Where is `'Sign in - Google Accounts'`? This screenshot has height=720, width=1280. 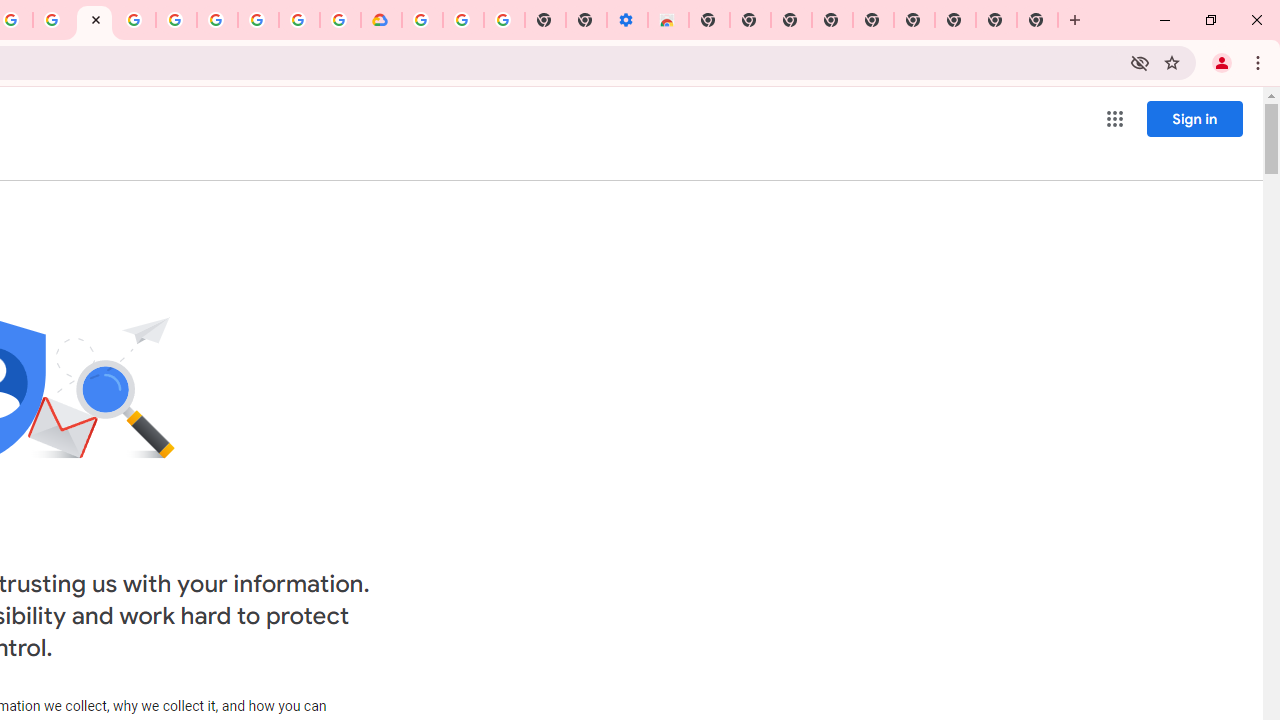 'Sign in - Google Accounts' is located at coordinates (176, 20).